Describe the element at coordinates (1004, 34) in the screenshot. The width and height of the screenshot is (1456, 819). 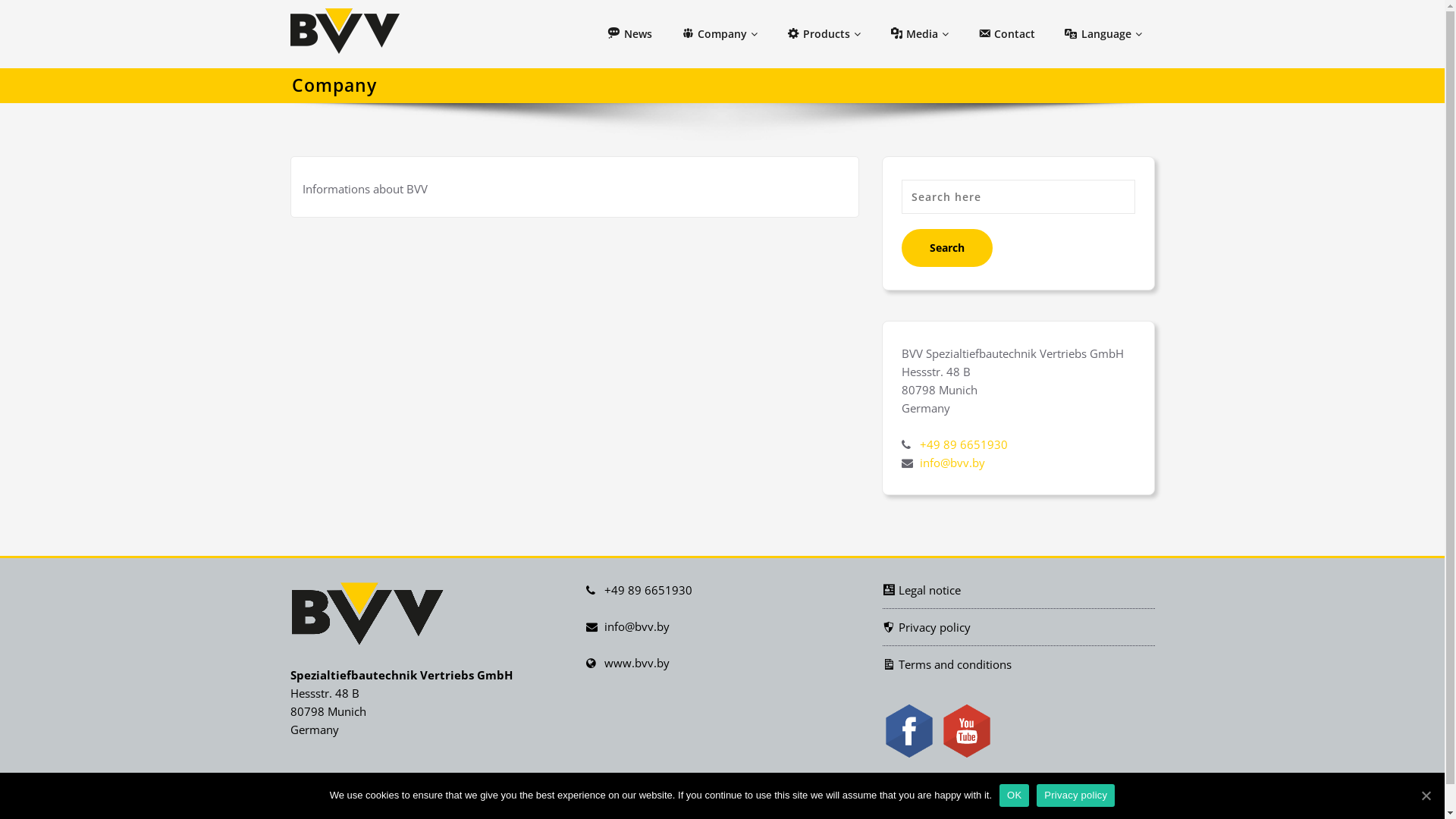
I see `'Contact'` at that location.